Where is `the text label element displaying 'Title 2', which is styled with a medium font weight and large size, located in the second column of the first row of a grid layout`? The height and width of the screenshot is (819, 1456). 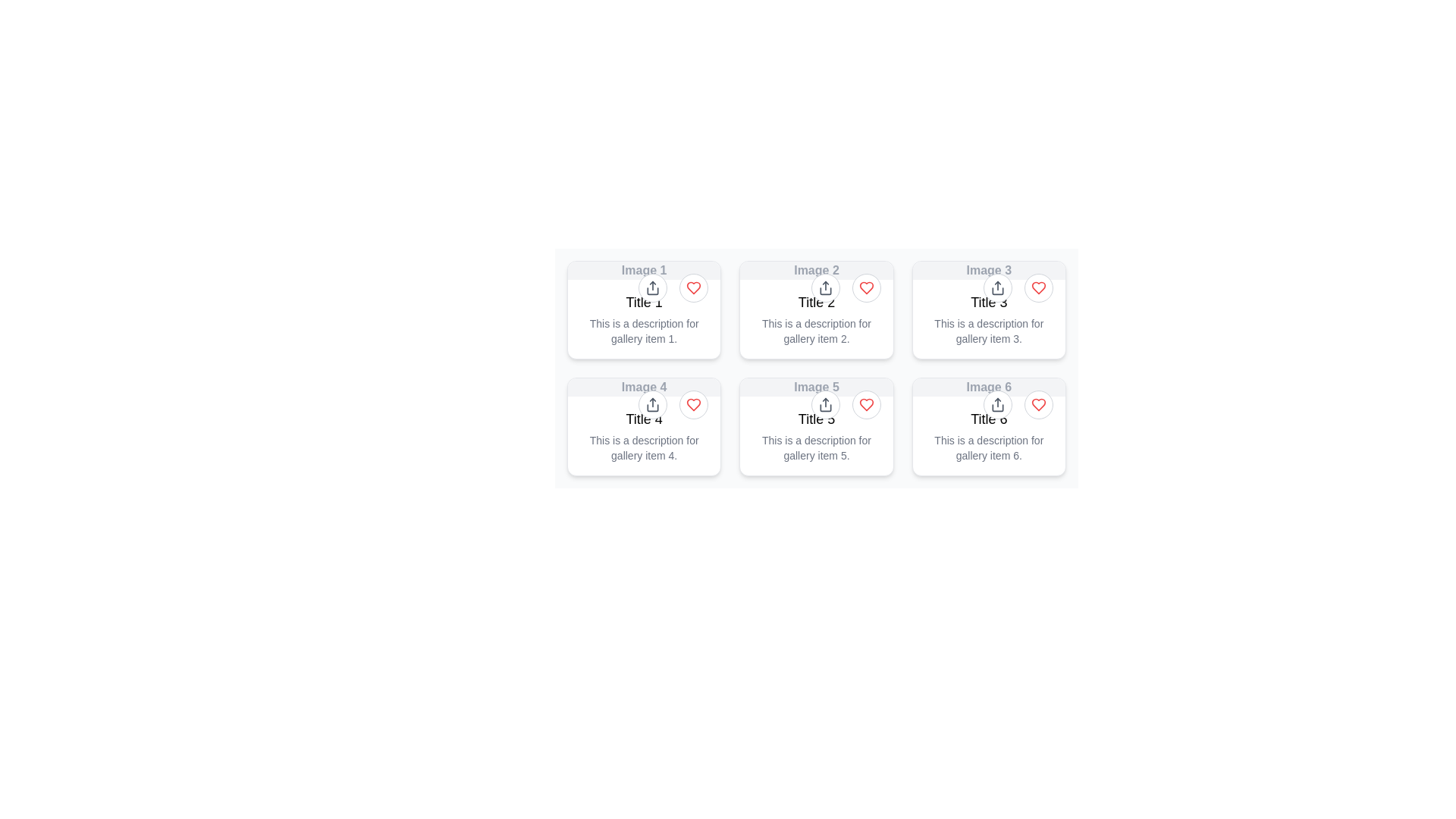 the text label element displaying 'Title 2', which is styled with a medium font weight and large size, located in the second column of the first row of a grid layout is located at coordinates (815, 302).